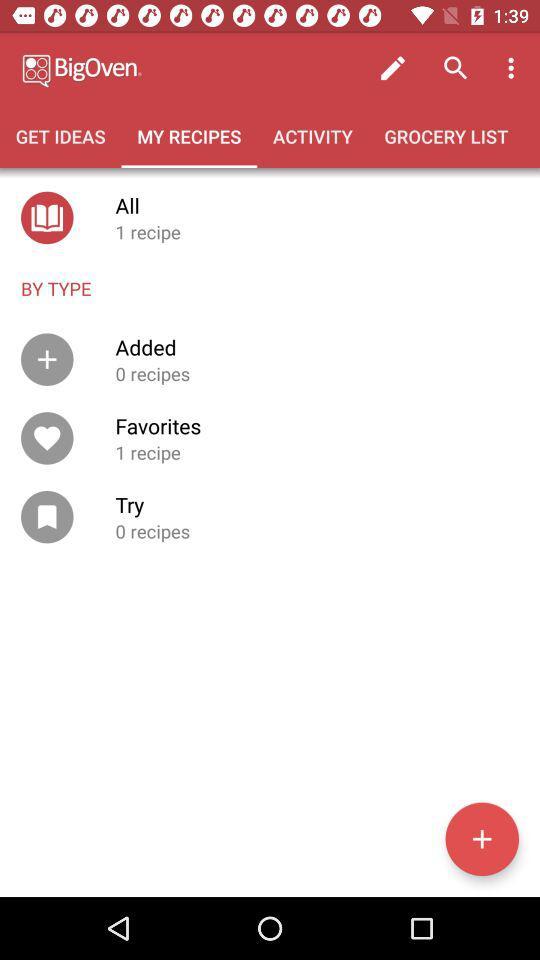 Image resolution: width=540 pixels, height=960 pixels. I want to click on the add icon, so click(481, 839).